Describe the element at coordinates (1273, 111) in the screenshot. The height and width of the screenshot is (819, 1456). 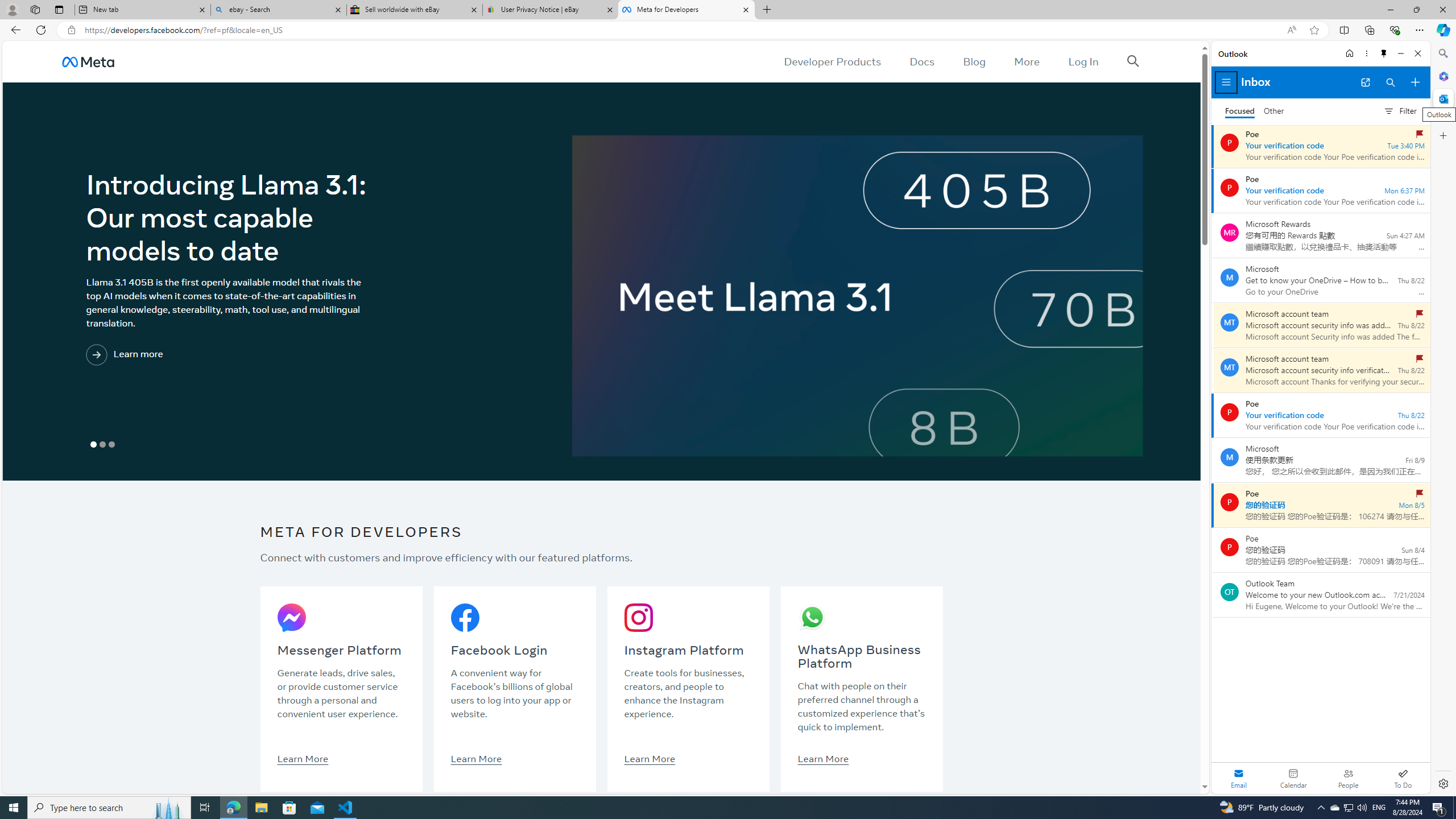
I see `'Other'` at that location.